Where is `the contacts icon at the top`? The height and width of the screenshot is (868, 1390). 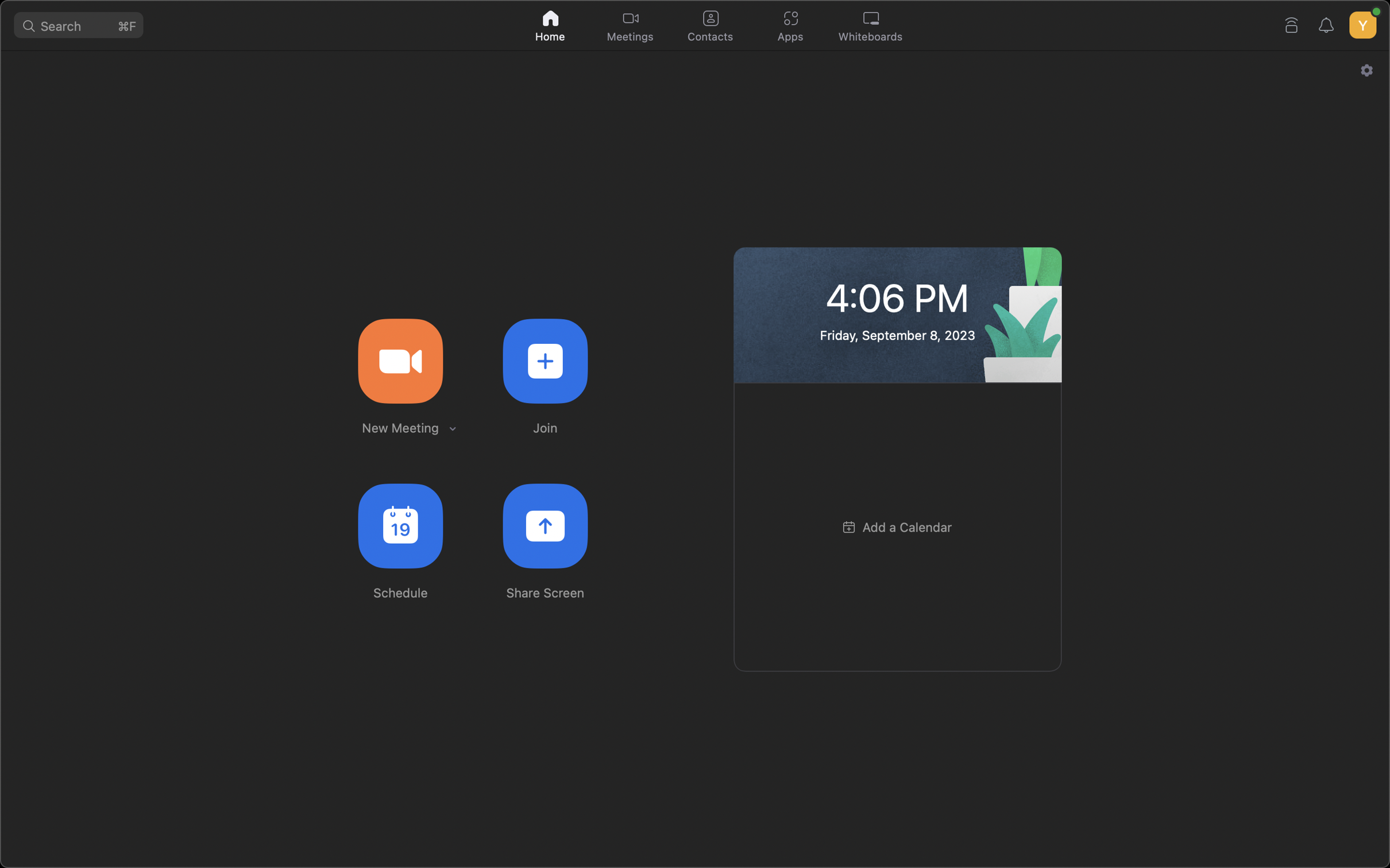
the contacts icon at the top is located at coordinates (709, 24).